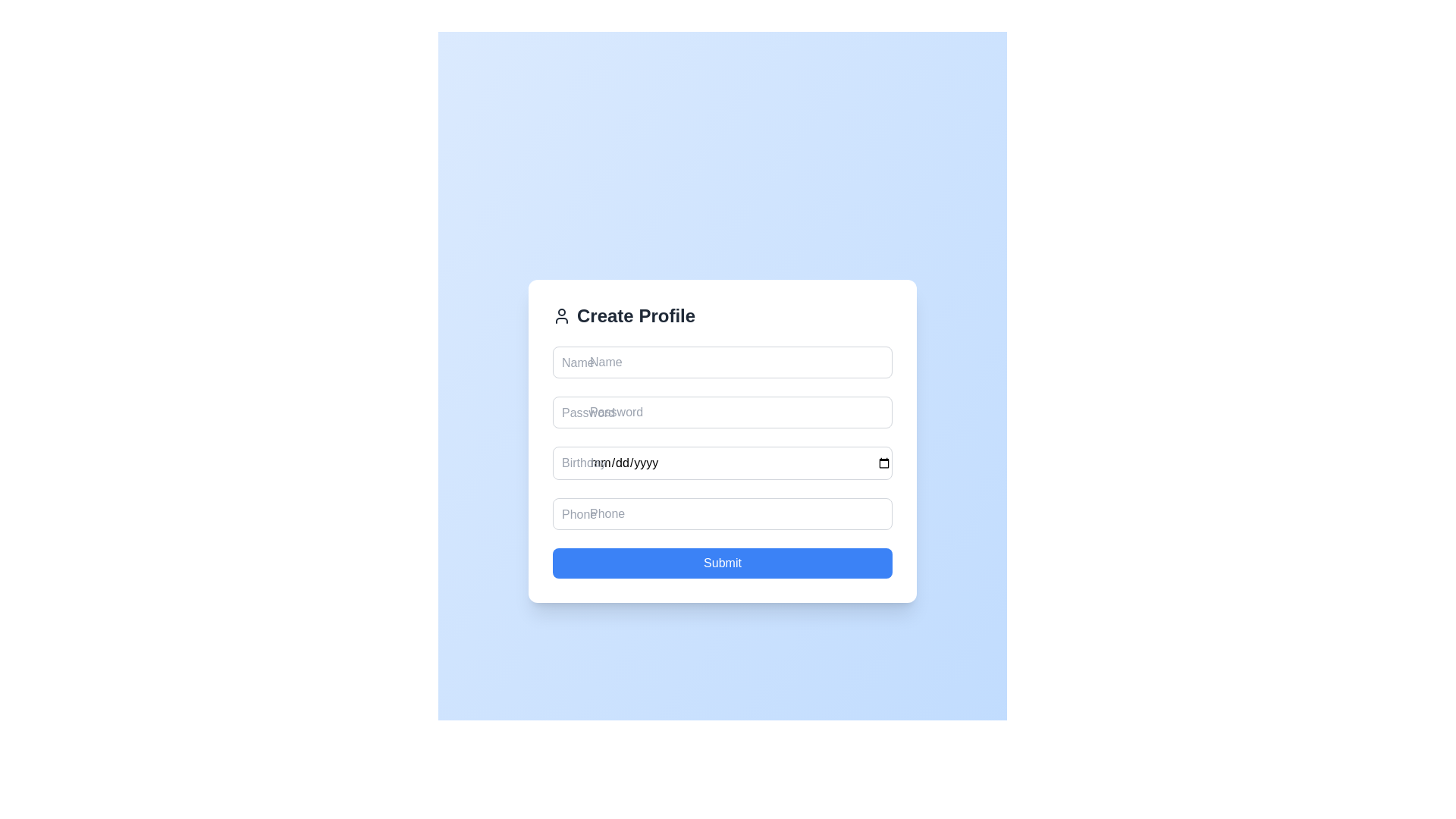 The height and width of the screenshot is (819, 1456). Describe the element at coordinates (722, 412) in the screenshot. I see `the Password input field in the 'Create Profile' section by tabbing to it` at that location.